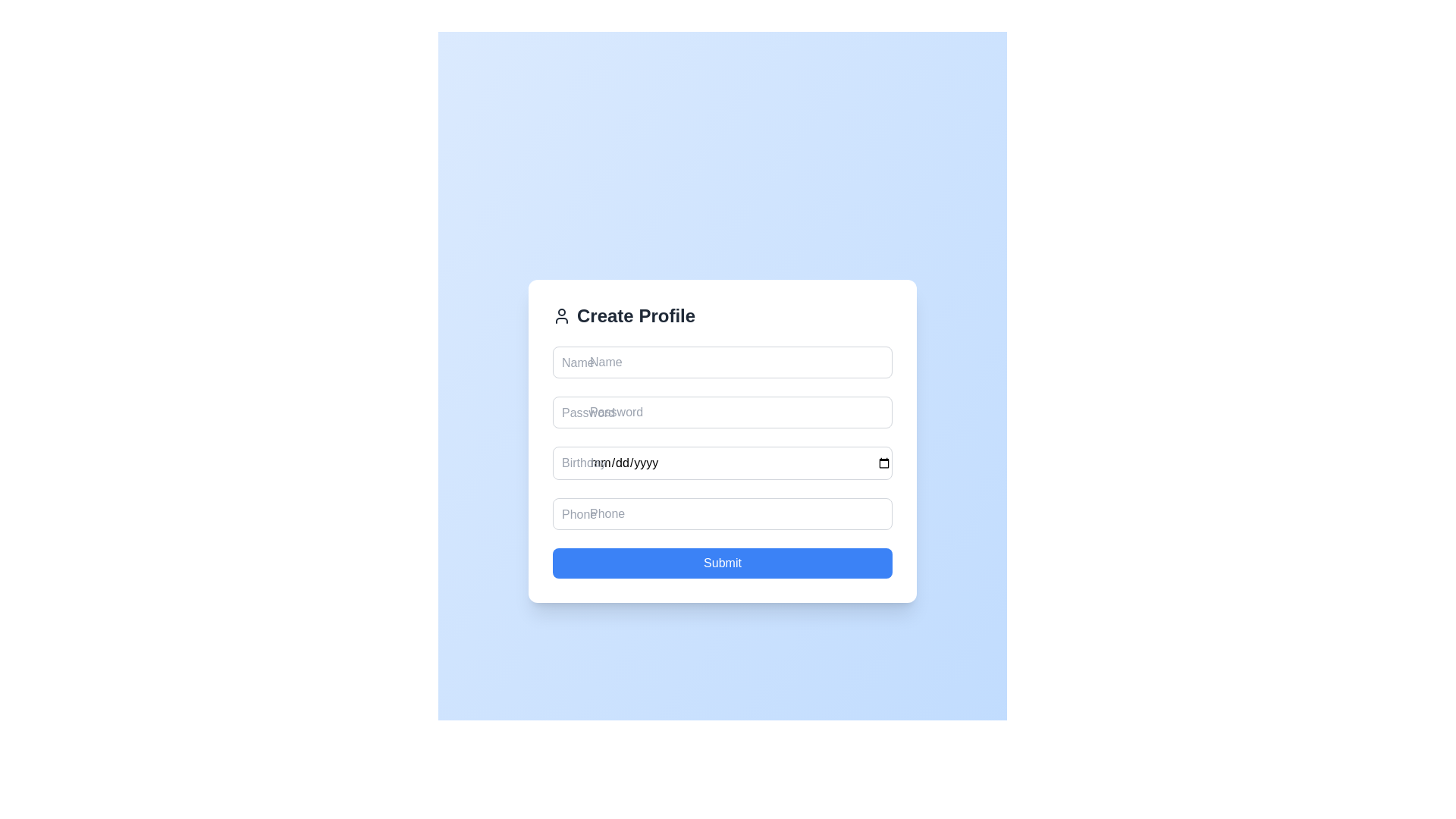 The height and width of the screenshot is (819, 1456). Describe the element at coordinates (722, 412) in the screenshot. I see `the Password input field in the 'Create Profile' section by tabbing to it` at that location.